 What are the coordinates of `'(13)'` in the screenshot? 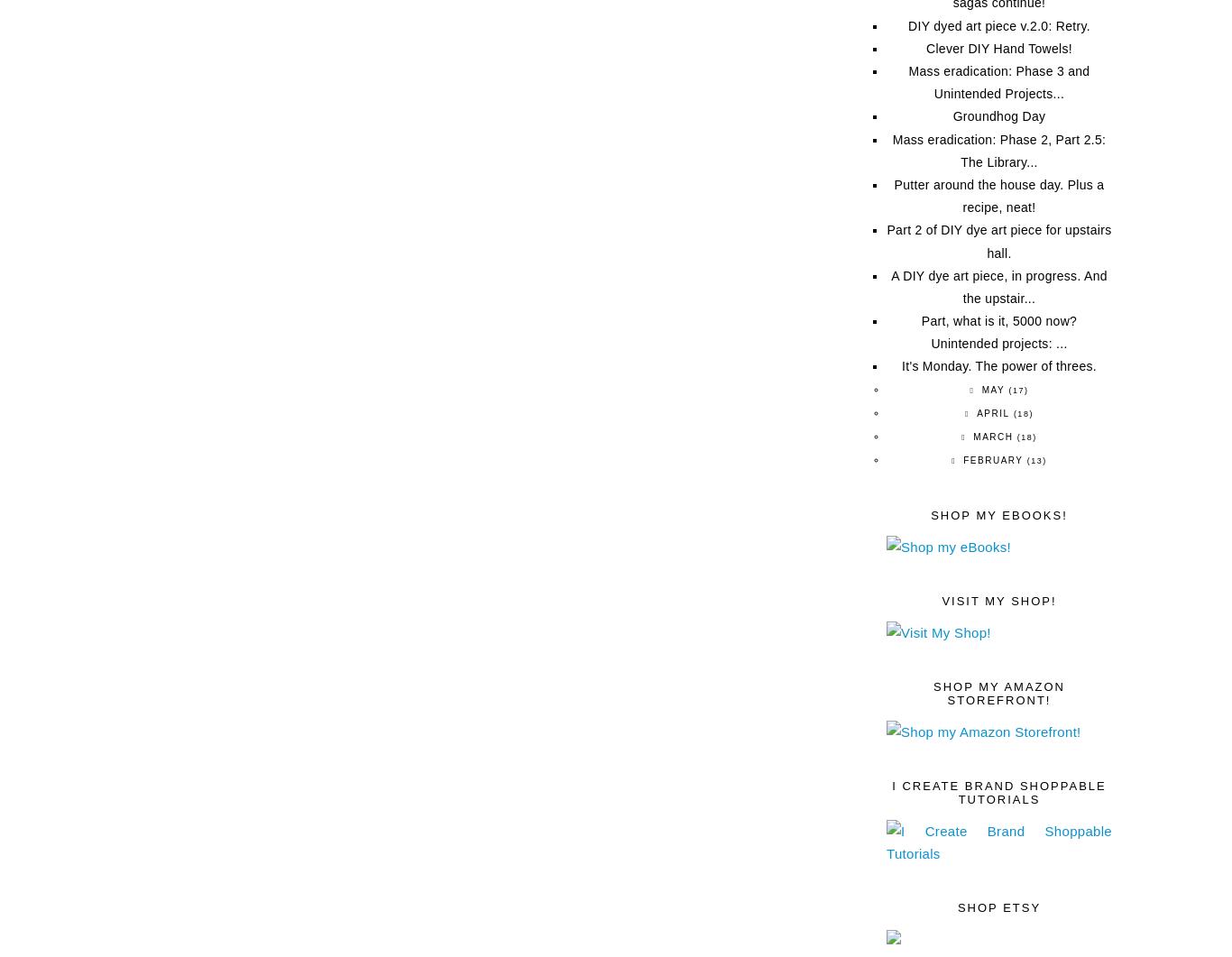 It's located at (1025, 460).